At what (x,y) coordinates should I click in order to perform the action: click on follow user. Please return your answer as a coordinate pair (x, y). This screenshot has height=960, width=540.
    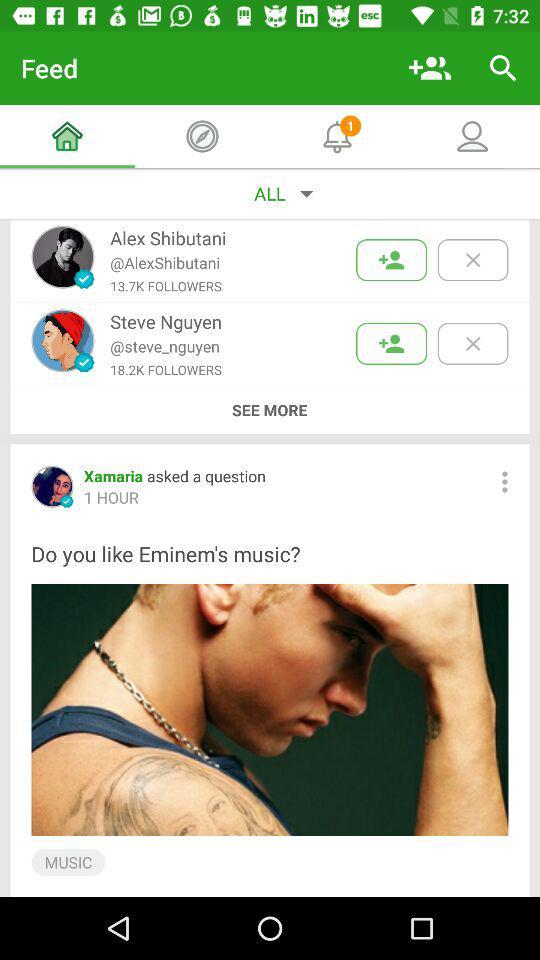
    Looking at the image, I should click on (391, 259).